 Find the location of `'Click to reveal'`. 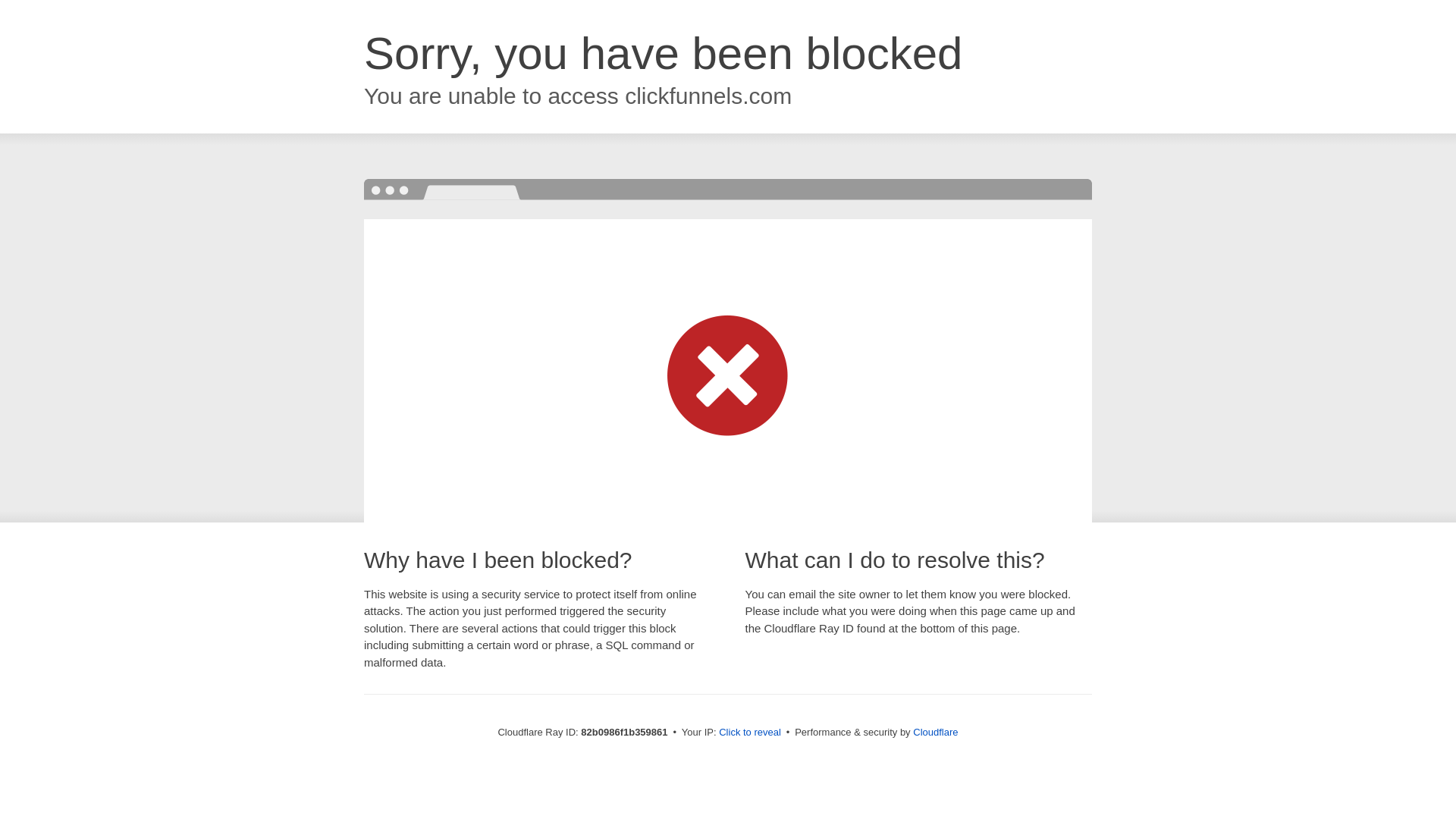

'Click to reveal' is located at coordinates (749, 731).